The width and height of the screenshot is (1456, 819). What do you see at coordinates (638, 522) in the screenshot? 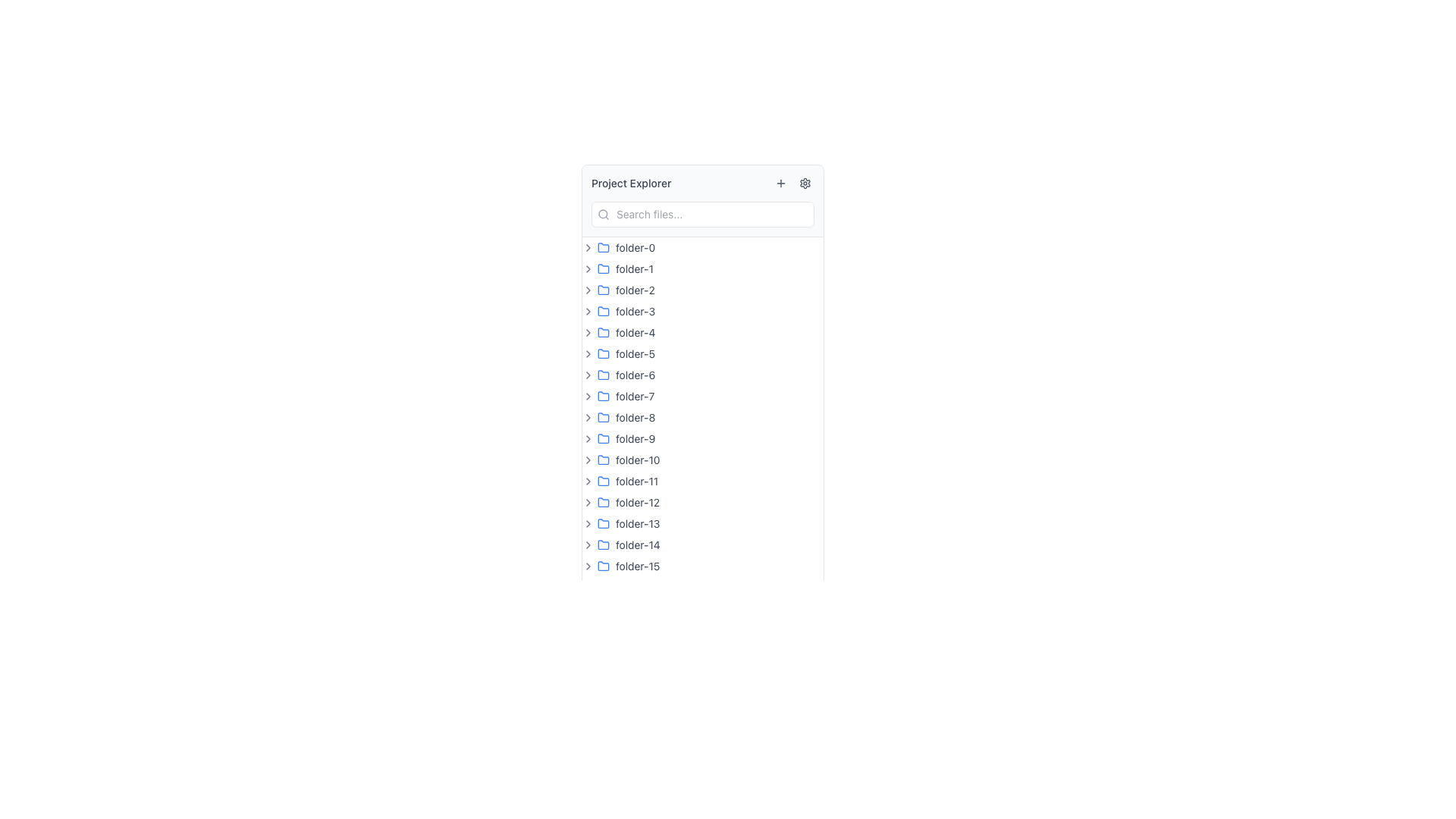
I see `the text label for the folder titled 'folder-13'` at bounding box center [638, 522].